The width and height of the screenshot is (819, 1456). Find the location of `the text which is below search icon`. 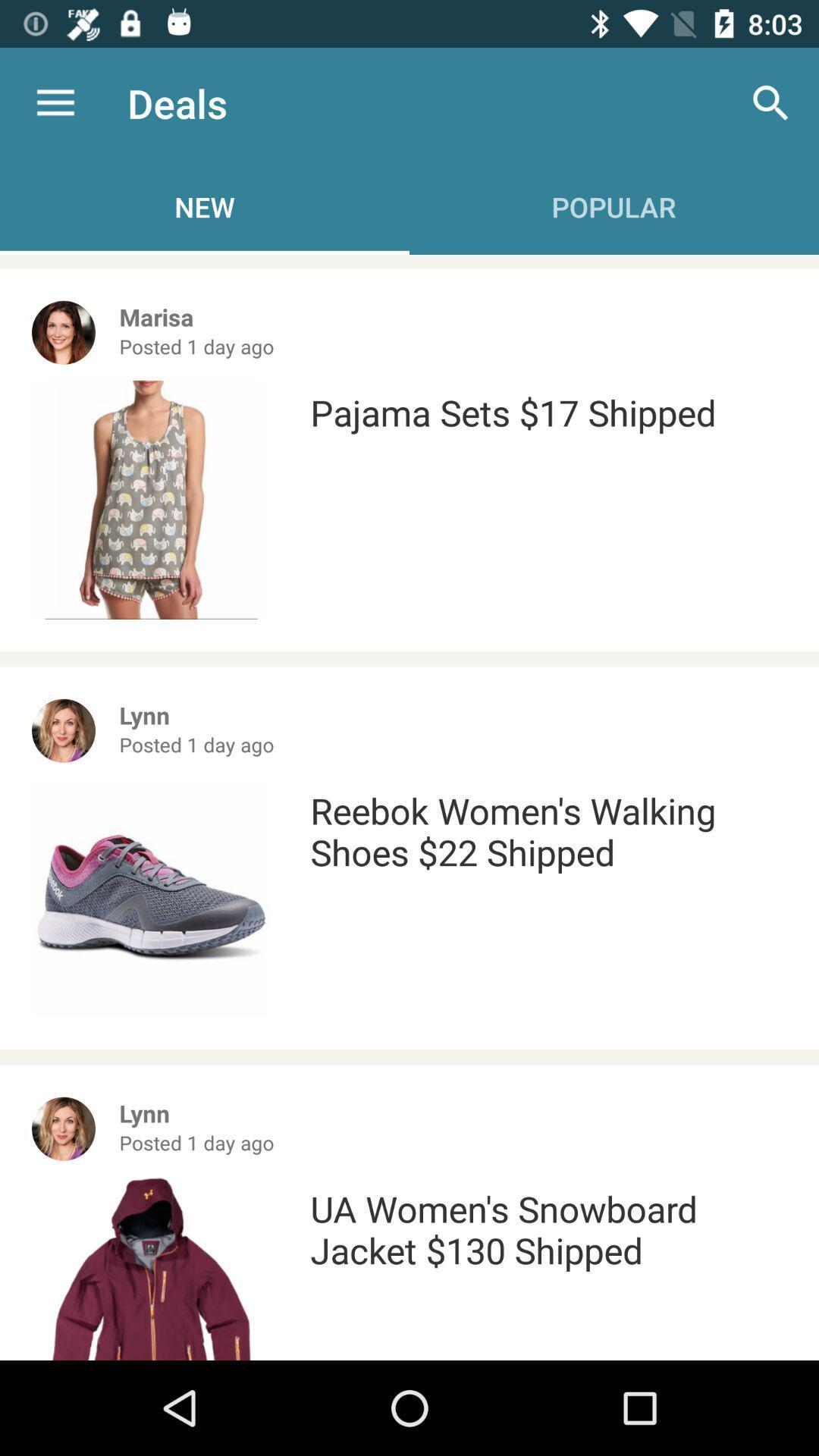

the text which is below search icon is located at coordinates (614, 206).